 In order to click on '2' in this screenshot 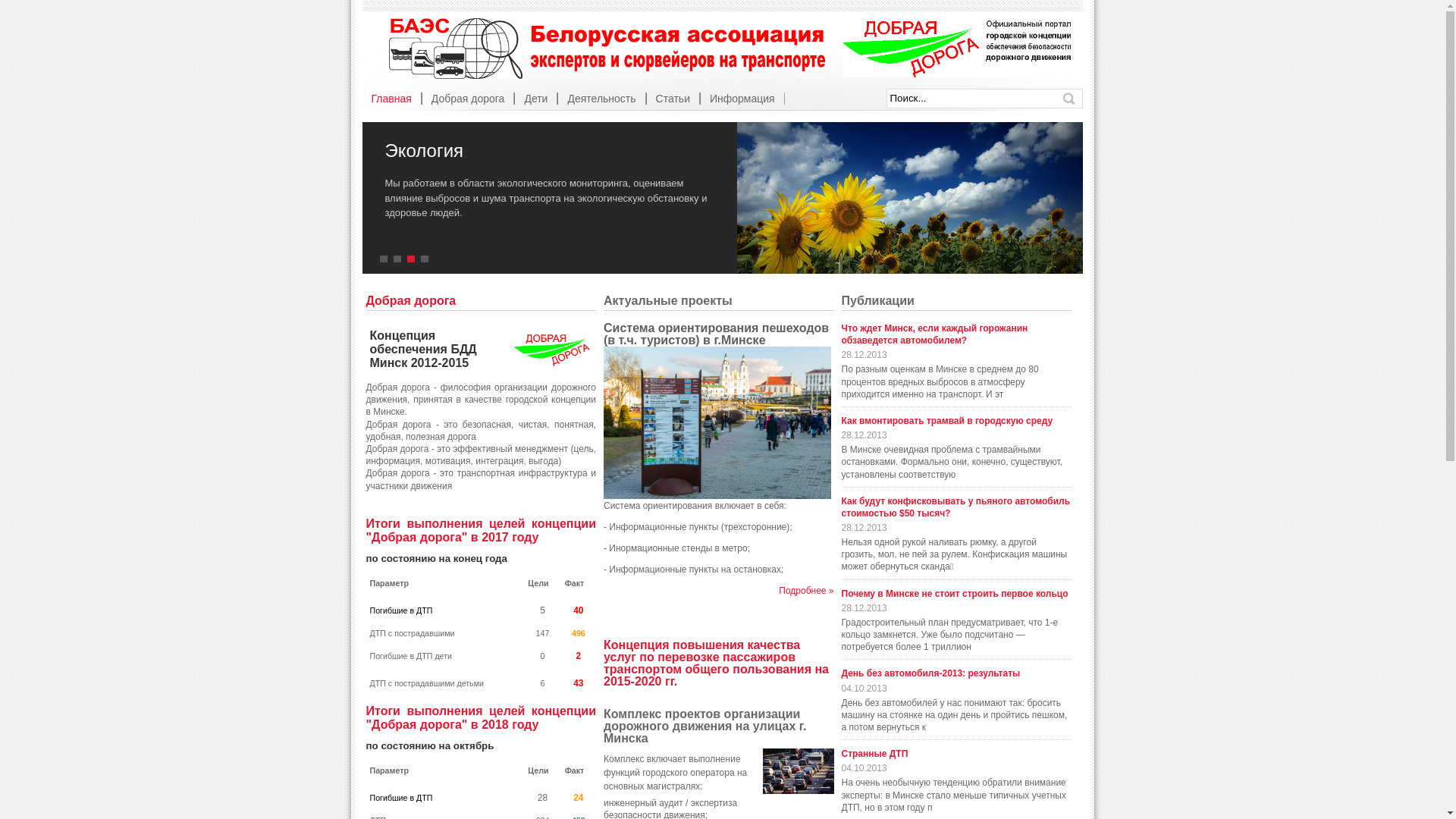, I will do `click(398, 259)`.